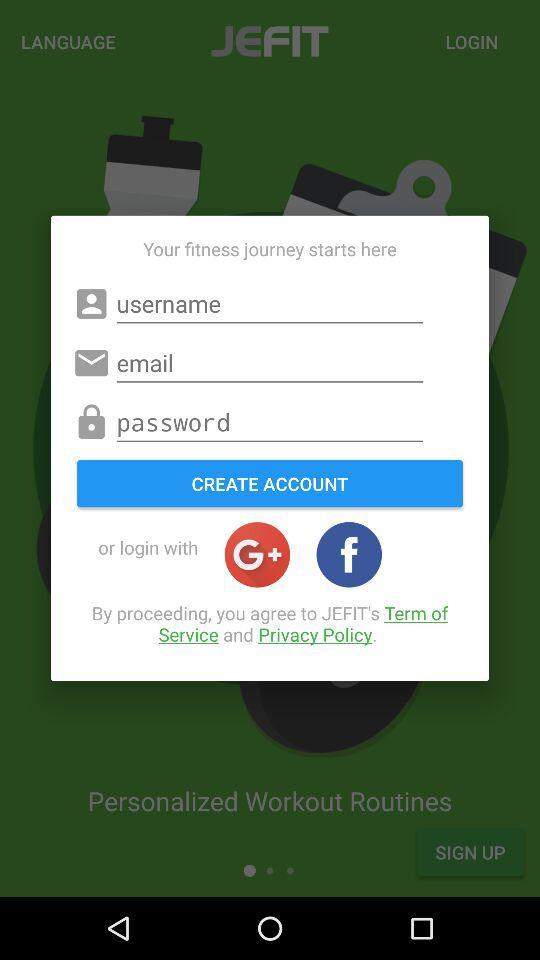 The height and width of the screenshot is (960, 540). I want to click on login google+, so click(257, 554).